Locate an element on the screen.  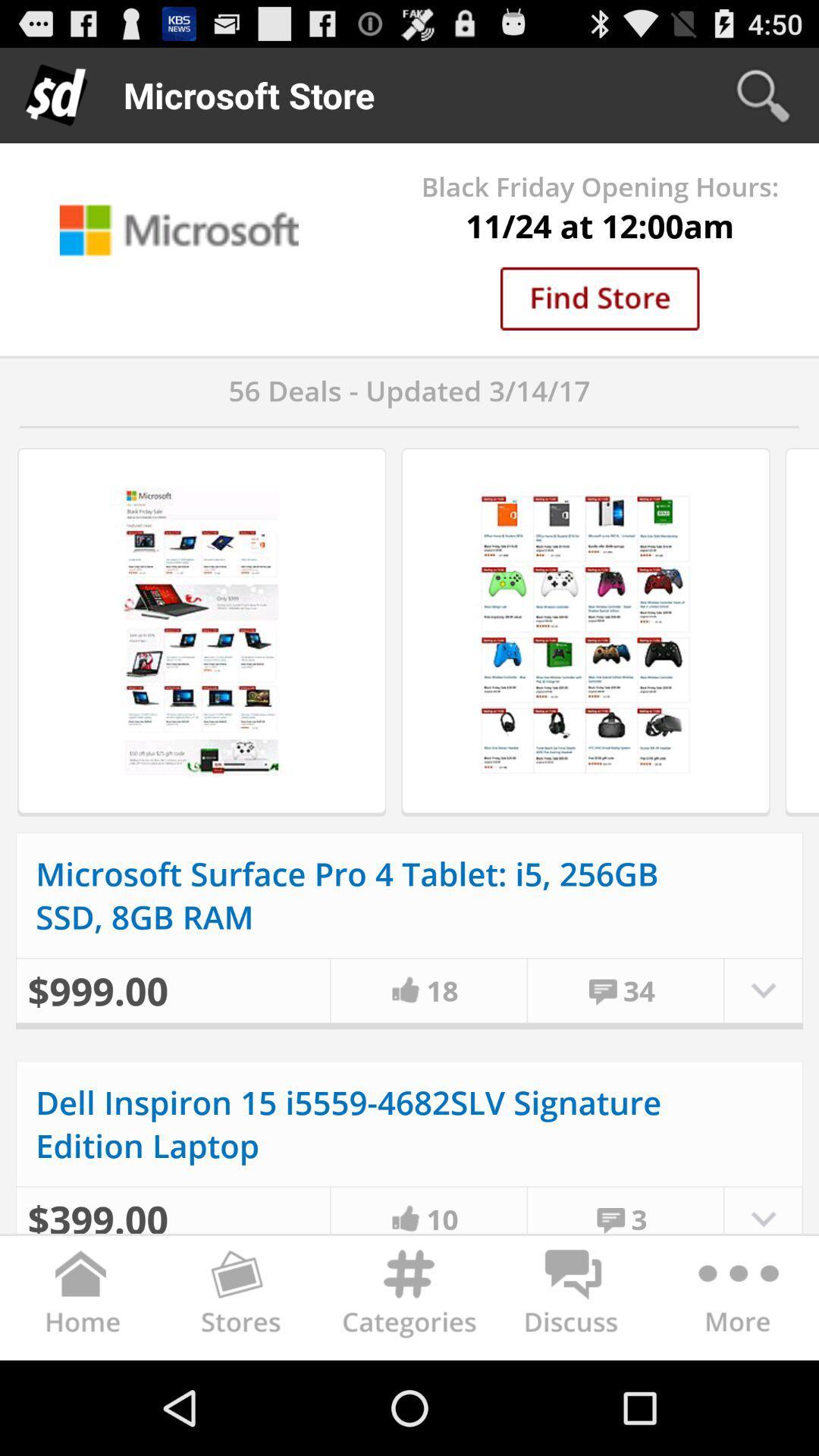
the more icon is located at coordinates (736, 1392).